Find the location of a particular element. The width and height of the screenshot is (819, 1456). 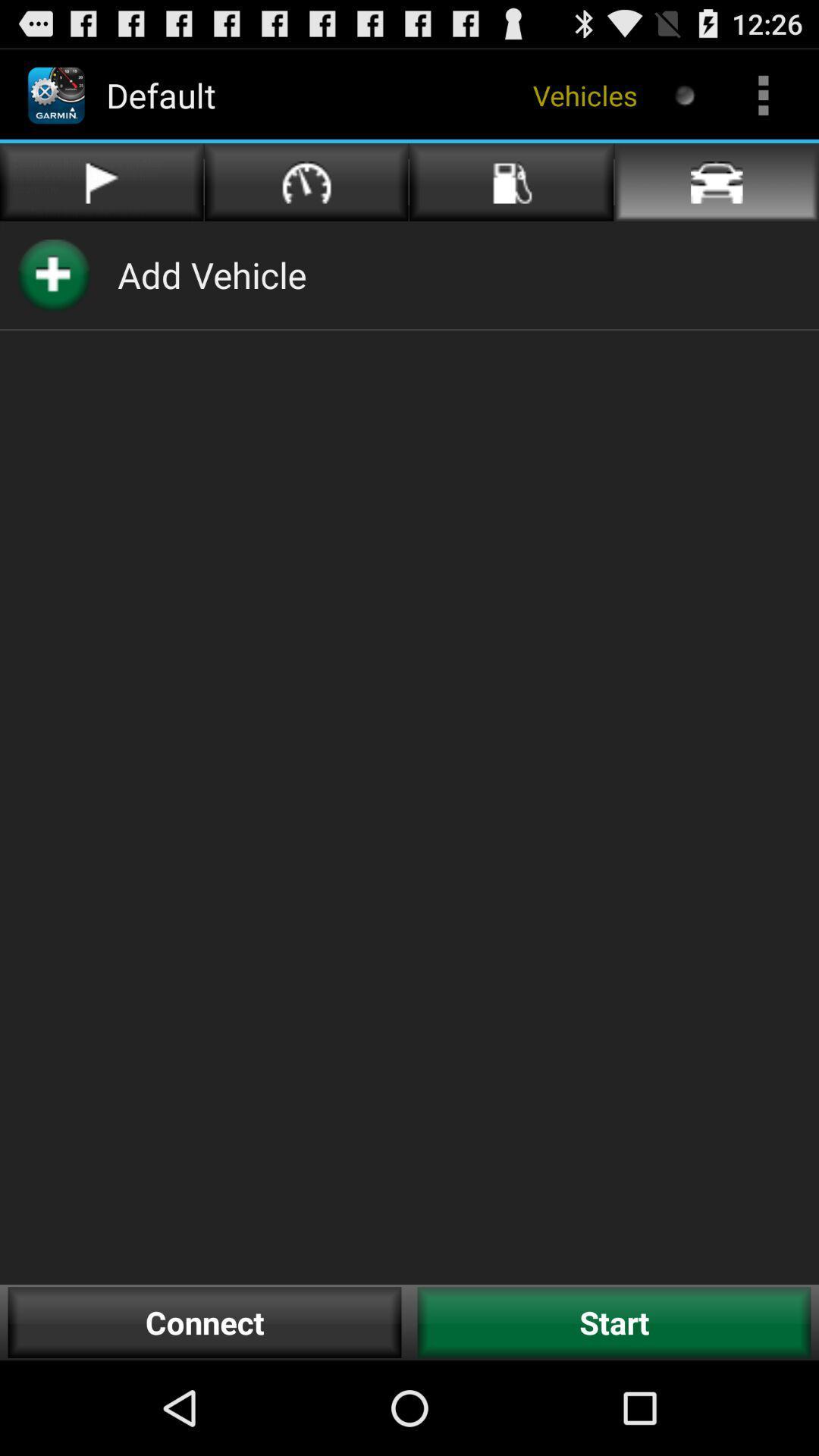

connect is located at coordinates (205, 1322).